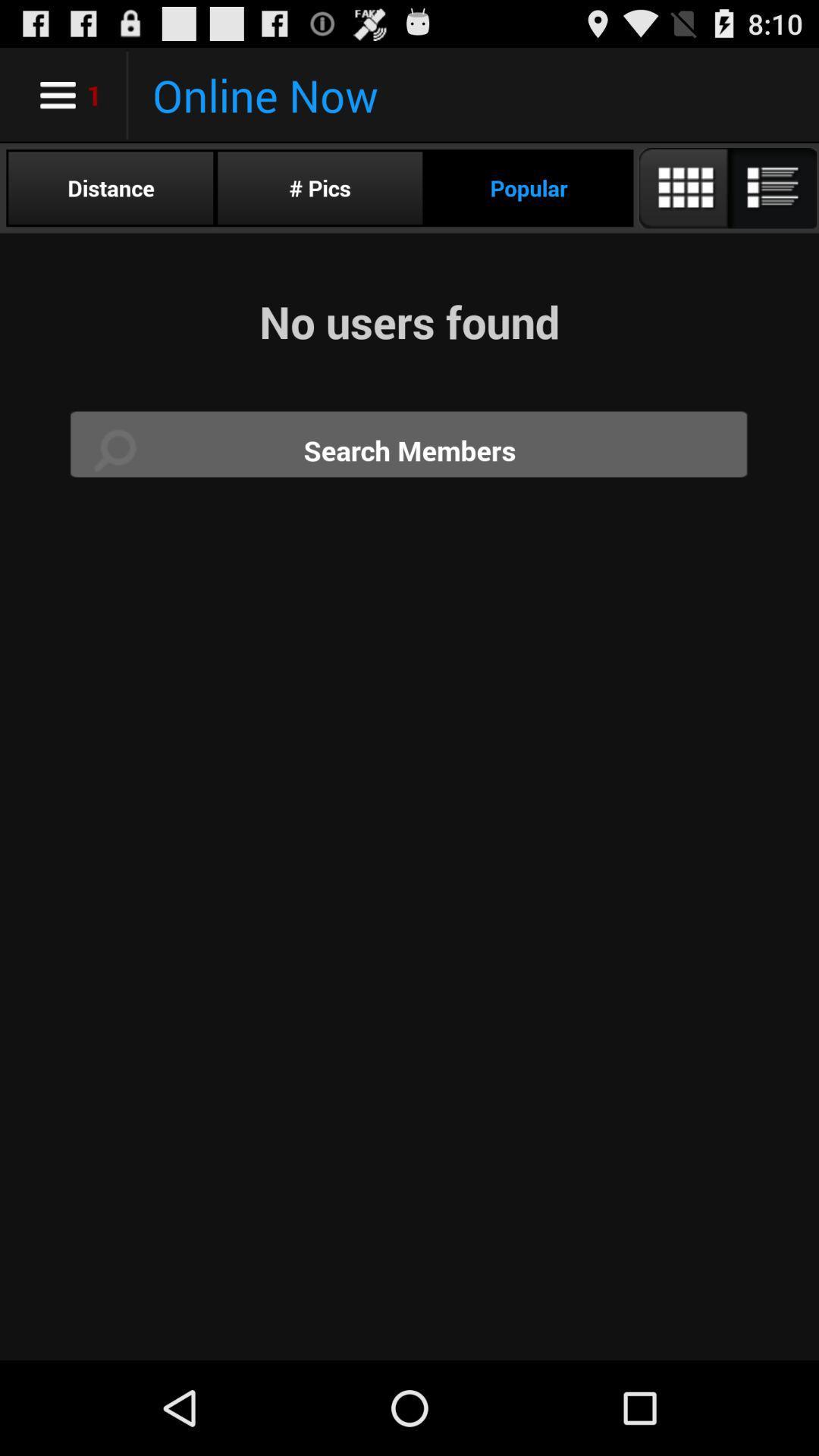 This screenshot has height=1456, width=819. I want to click on icon above no users found app, so click(726, 187).